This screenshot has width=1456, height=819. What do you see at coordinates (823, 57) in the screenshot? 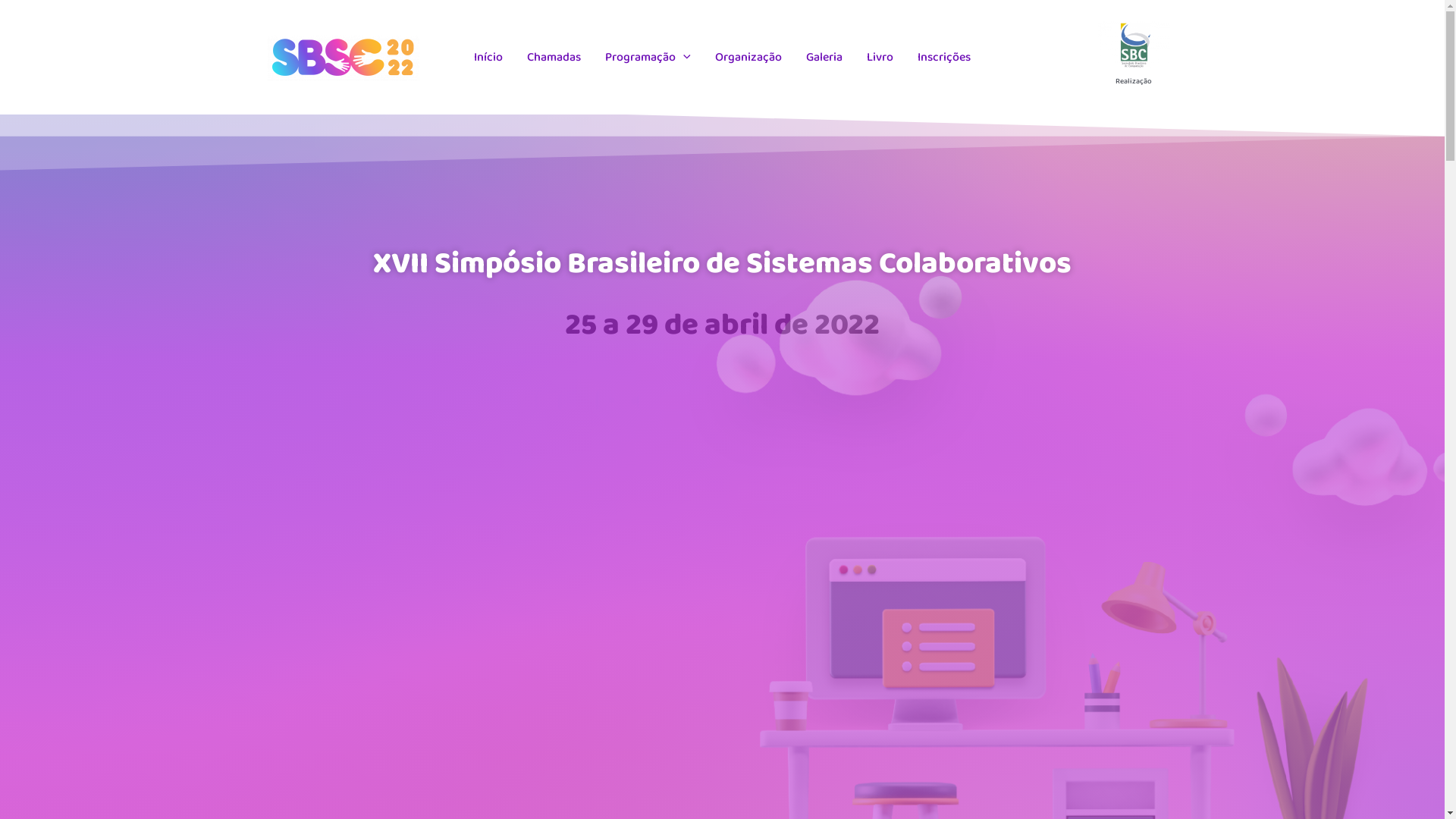
I see `'Galeria'` at bounding box center [823, 57].